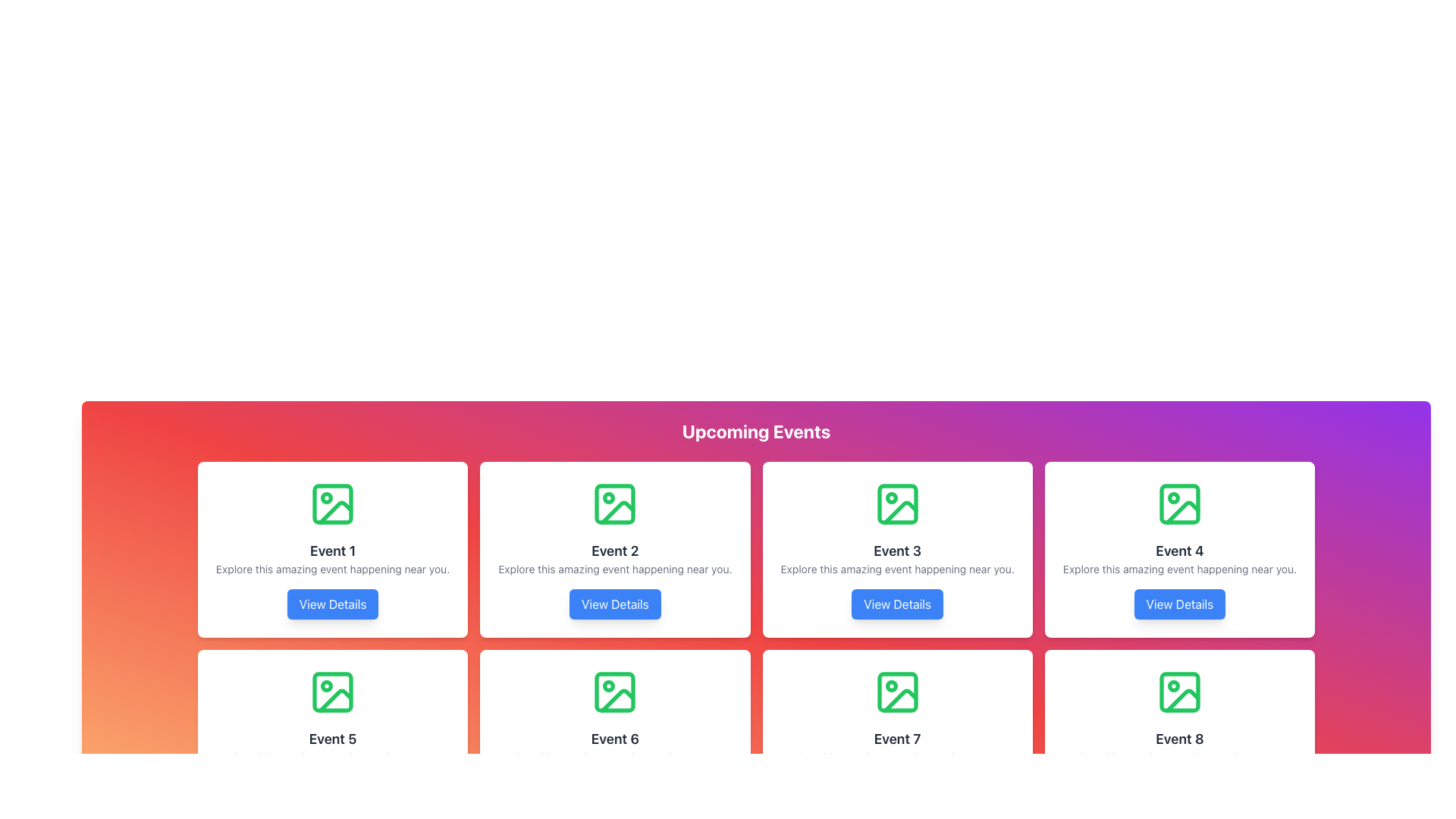 The width and height of the screenshot is (1456, 819). I want to click on event information text from the second card in the first row of the grid layout, which contains the bold text 'Event 2', the description, and the button labeled 'View Details', so click(615, 550).